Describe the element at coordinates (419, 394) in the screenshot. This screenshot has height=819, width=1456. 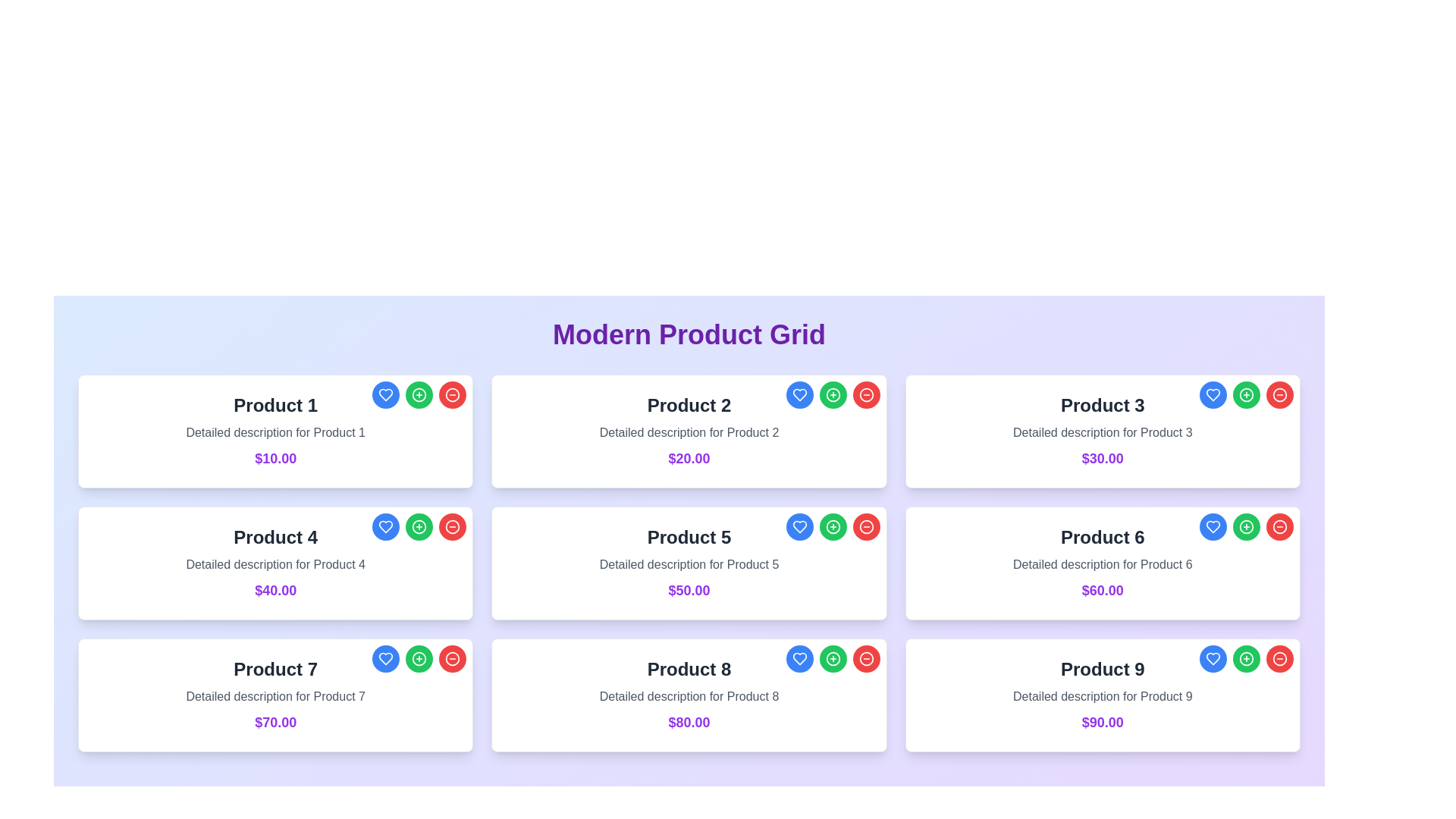
I see `the green circular icon with a plus sign located in the top-left tile titled 'Product 1' in the product grid` at that location.